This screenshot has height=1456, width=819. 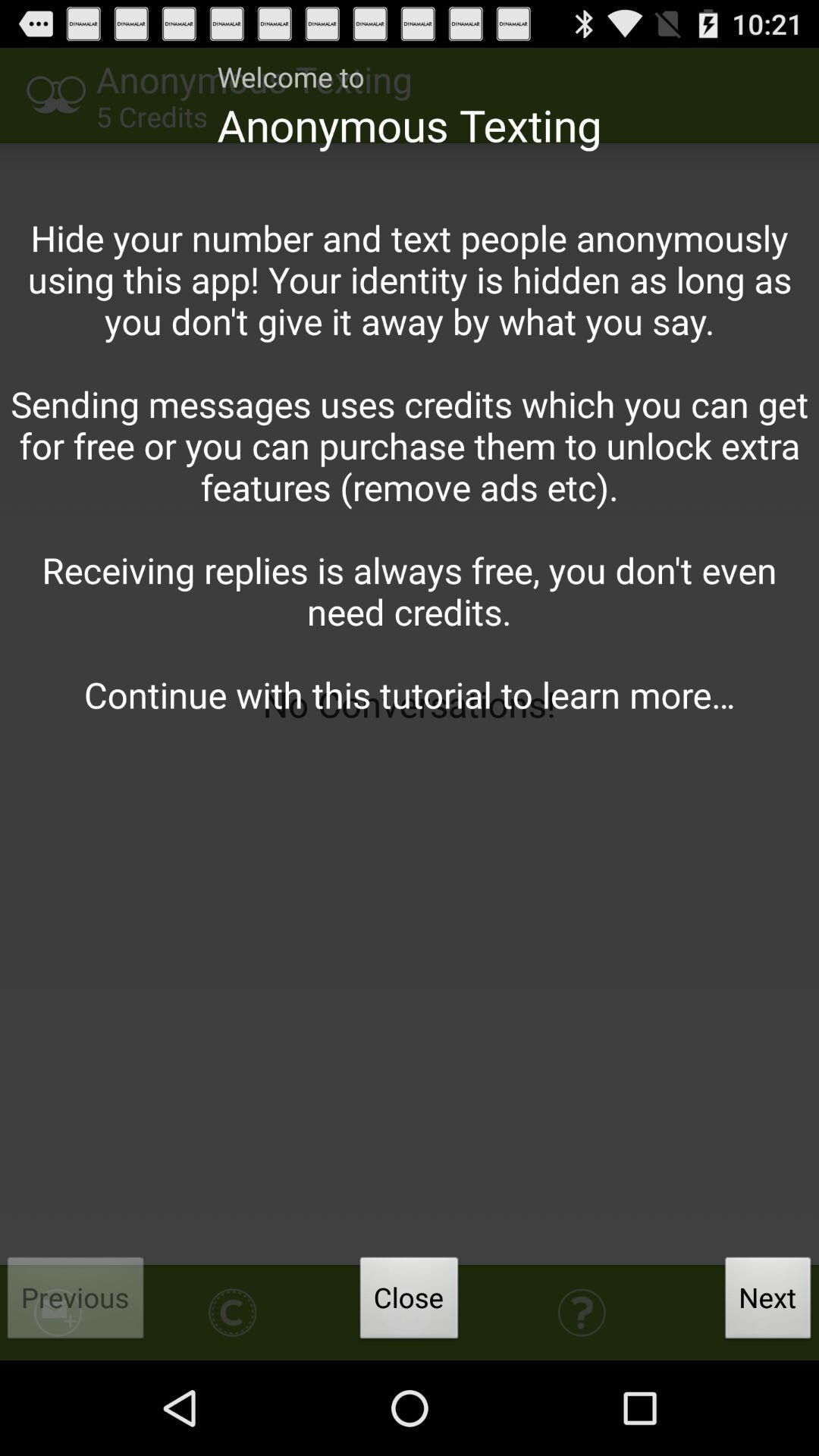 I want to click on app below hide your number icon, so click(x=768, y=1301).